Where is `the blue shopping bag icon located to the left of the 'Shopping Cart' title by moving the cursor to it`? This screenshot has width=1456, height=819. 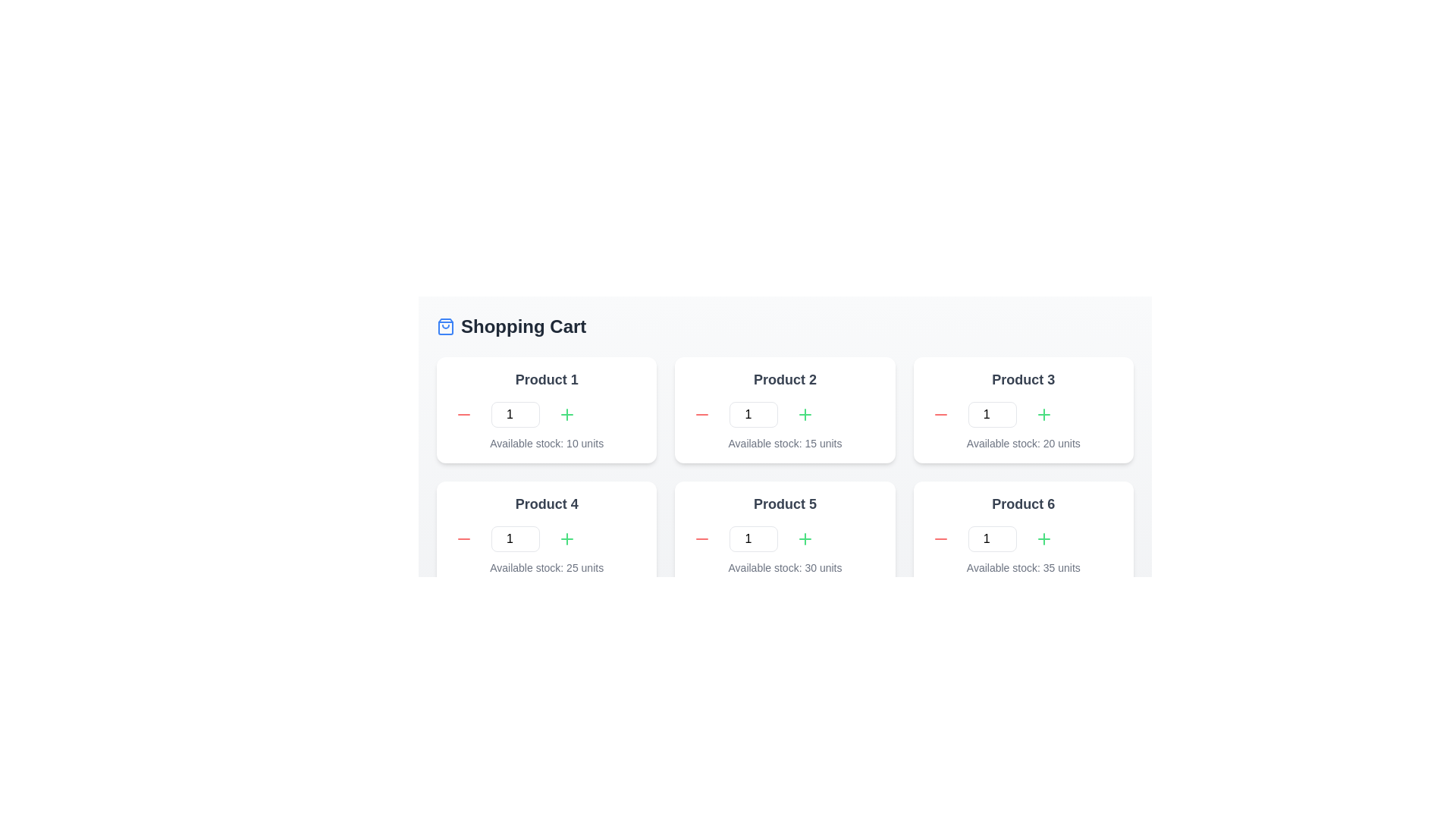
the blue shopping bag icon located to the left of the 'Shopping Cart' title by moving the cursor to it is located at coordinates (445, 326).